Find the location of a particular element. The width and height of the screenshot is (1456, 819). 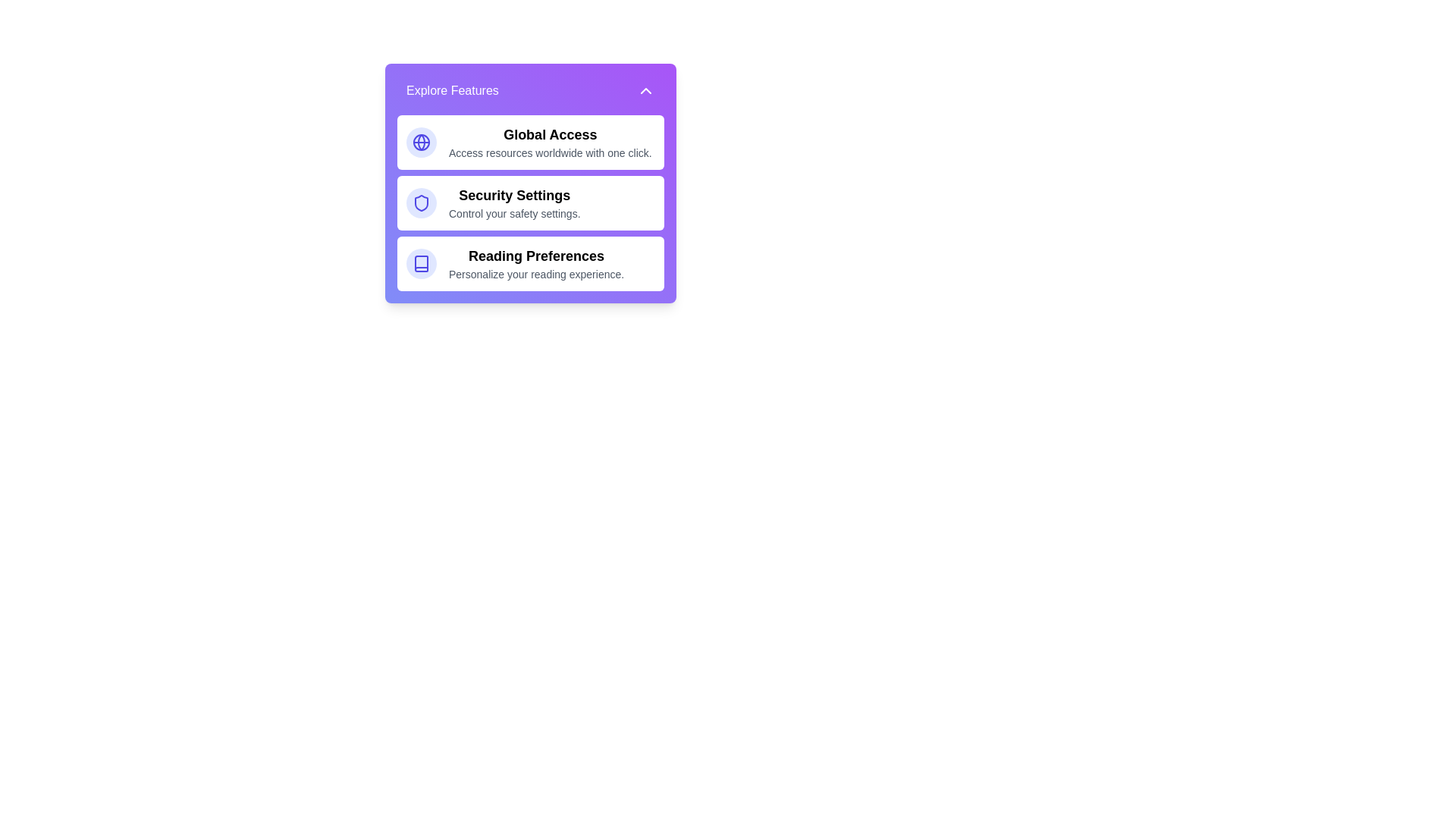

the static text label that serves as a header for the 'Security Settings' section, which is the second option in a vertically stacked list of feature descriptions is located at coordinates (514, 195).